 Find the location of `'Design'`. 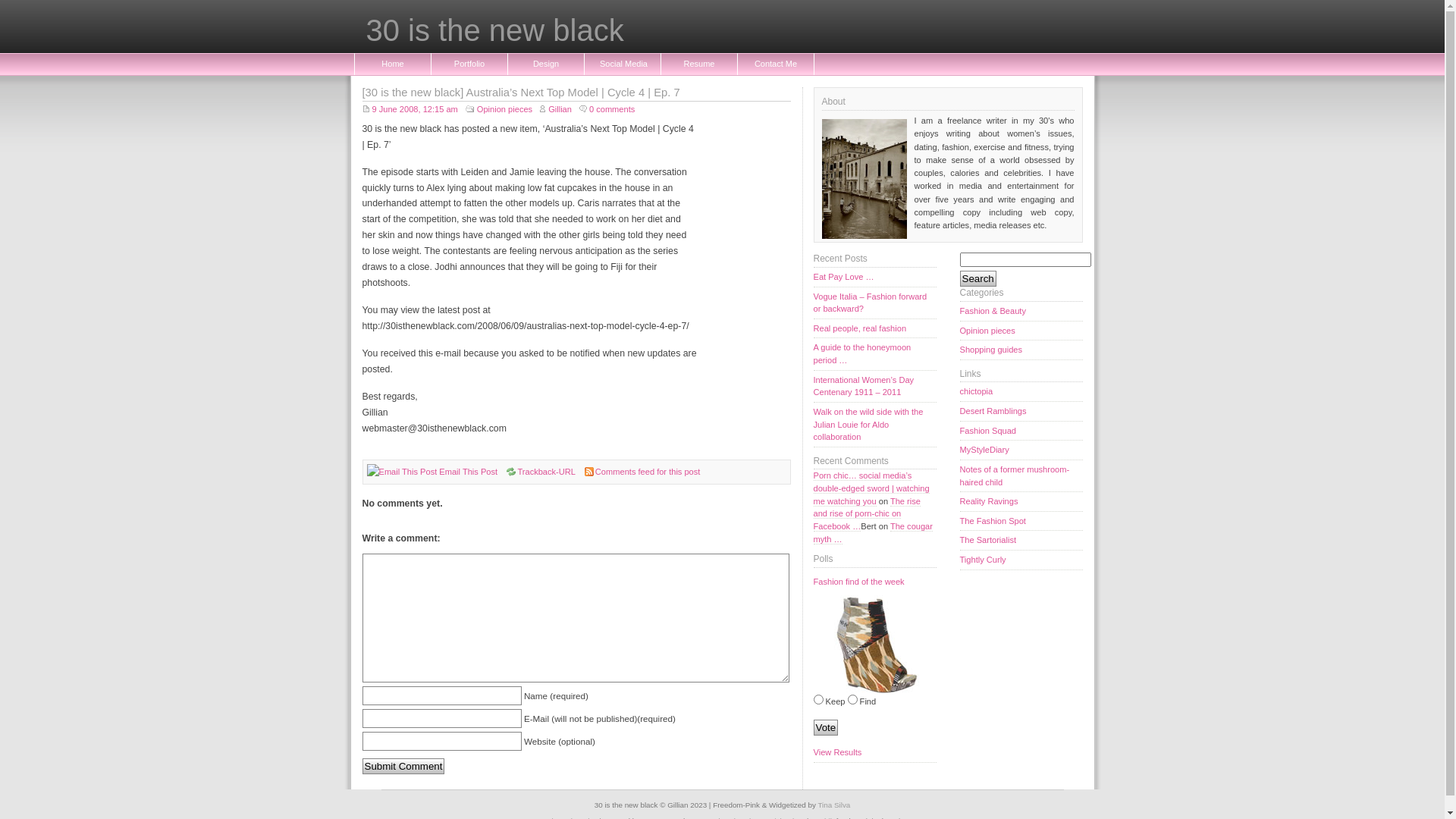

'Design' is located at coordinates (546, 63).